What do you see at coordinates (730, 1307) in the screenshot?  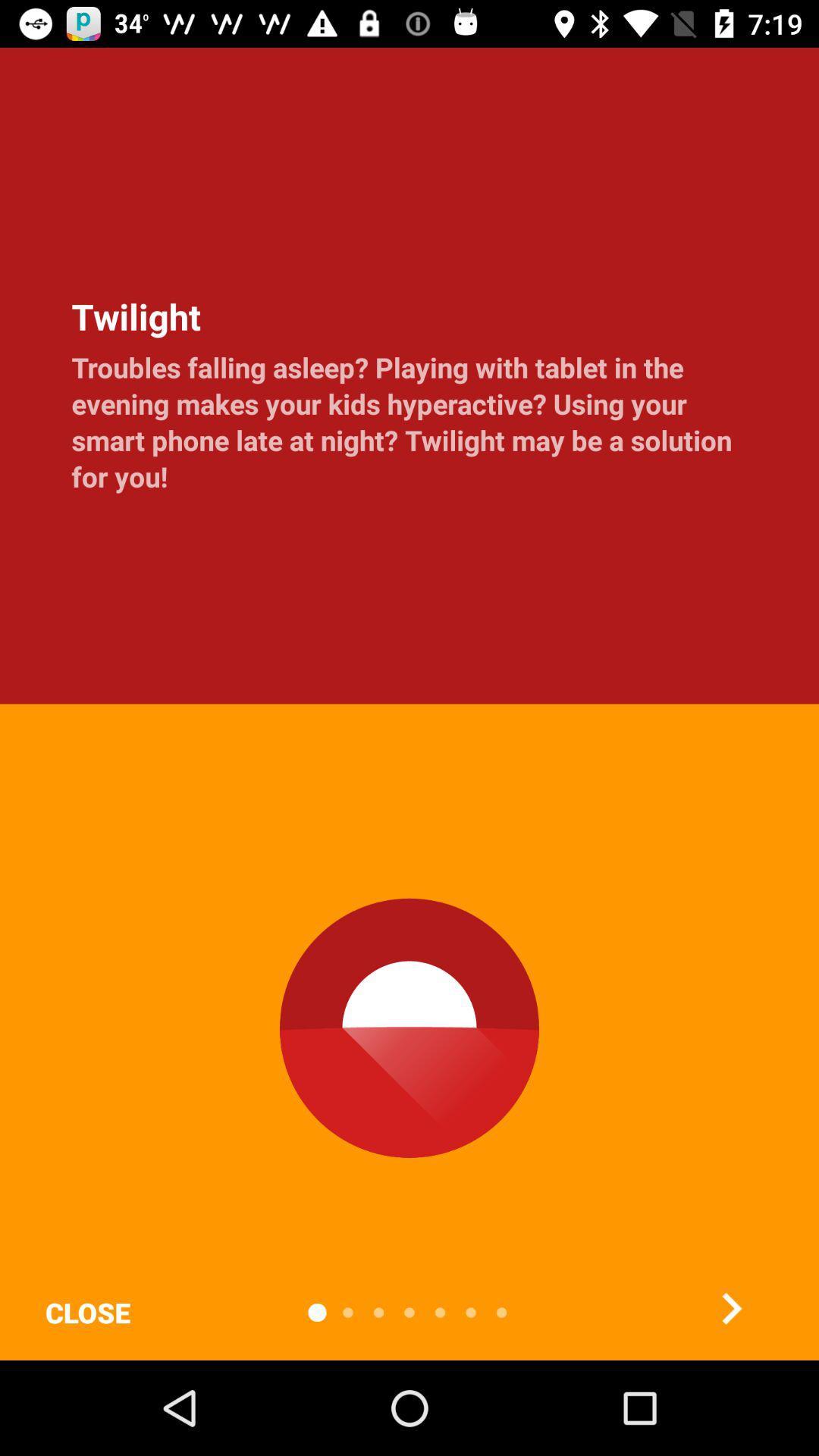 I see `the item below the troubles falling asleep` at bounding box center [730, 1307].